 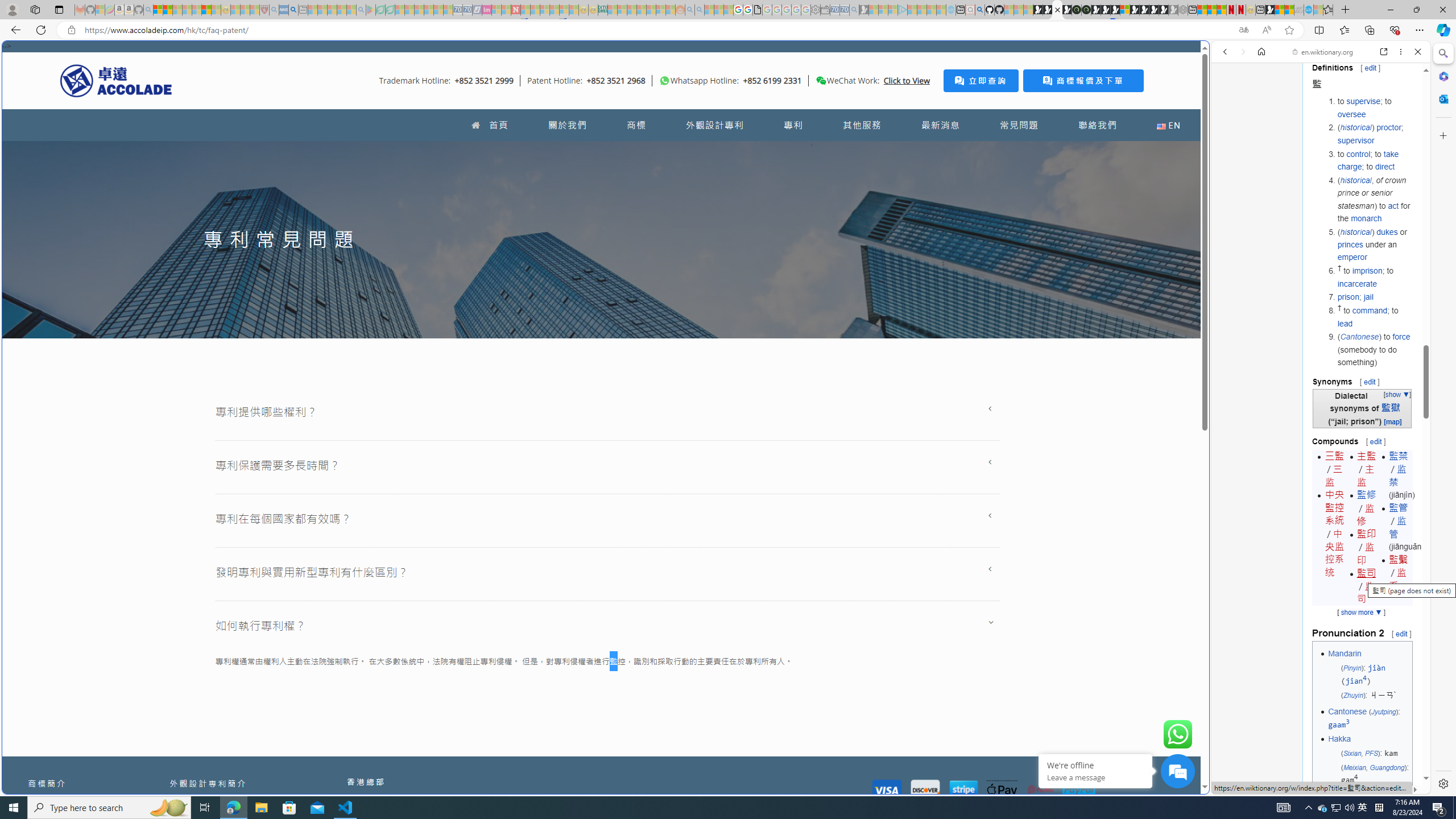 I want to click on 'Hakka(Sixian, PFS): kam(Meixian, Guangdong): gam4', so click(x=1368, y=759).